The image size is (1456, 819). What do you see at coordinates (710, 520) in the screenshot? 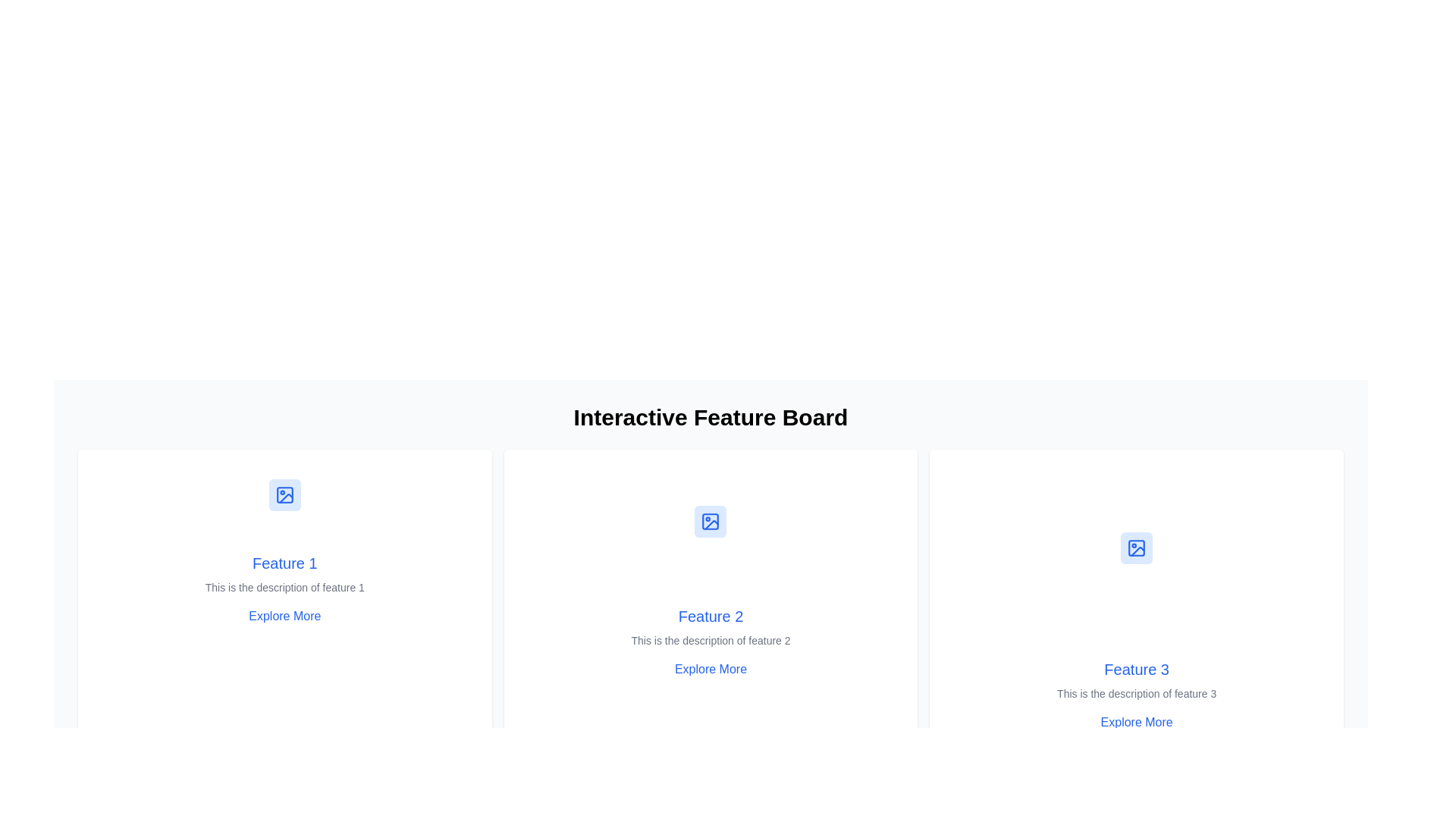
I see `the rectangular element with rounded corners that is centrally positioned within the 'Feature 2' card, which resembles a picture frame` at bounding box center [710, 520].